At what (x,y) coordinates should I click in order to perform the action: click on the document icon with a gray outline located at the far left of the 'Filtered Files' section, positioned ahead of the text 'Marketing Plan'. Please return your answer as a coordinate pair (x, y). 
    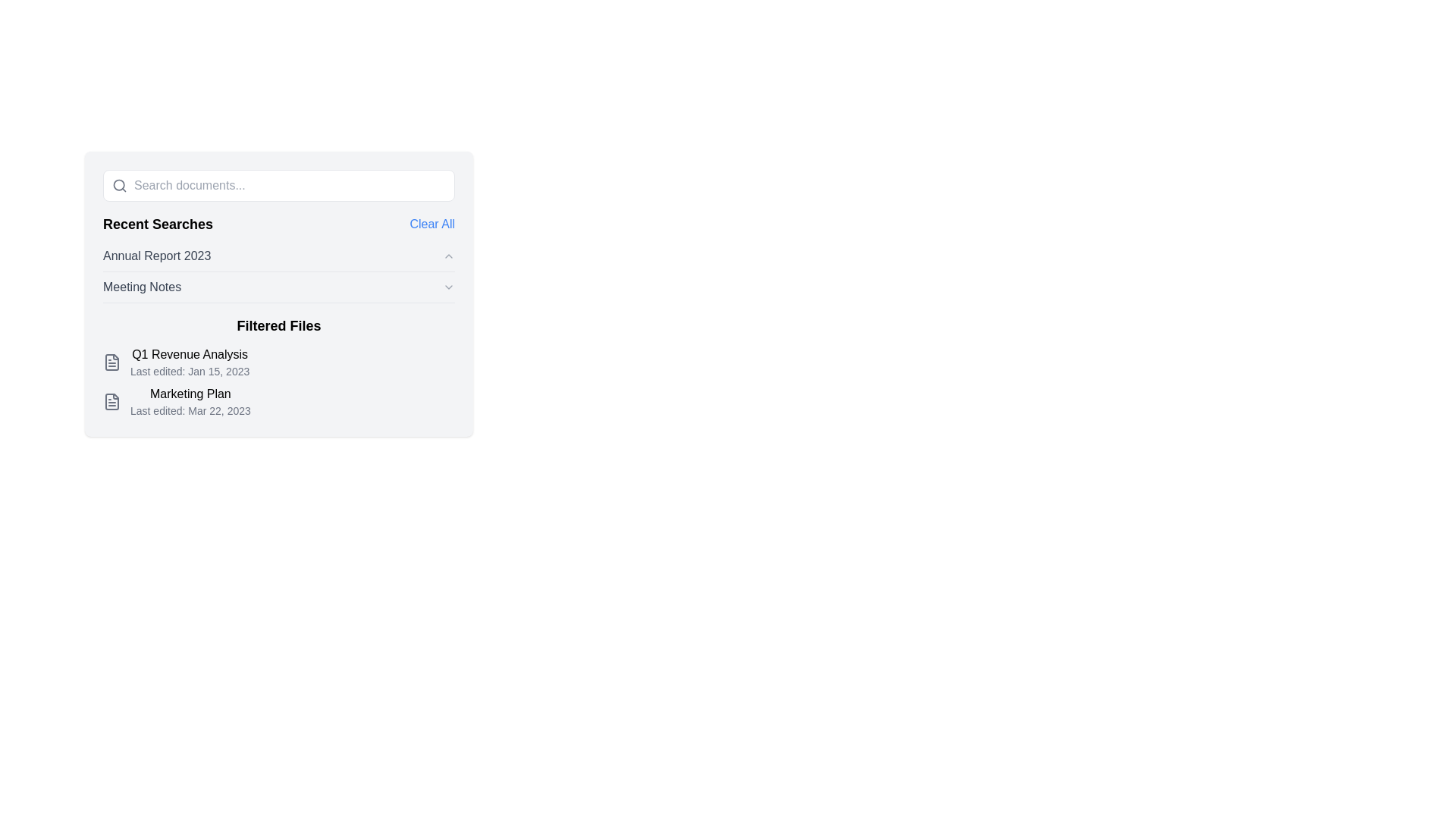
    Looking at the image, I should click on (111, 400).